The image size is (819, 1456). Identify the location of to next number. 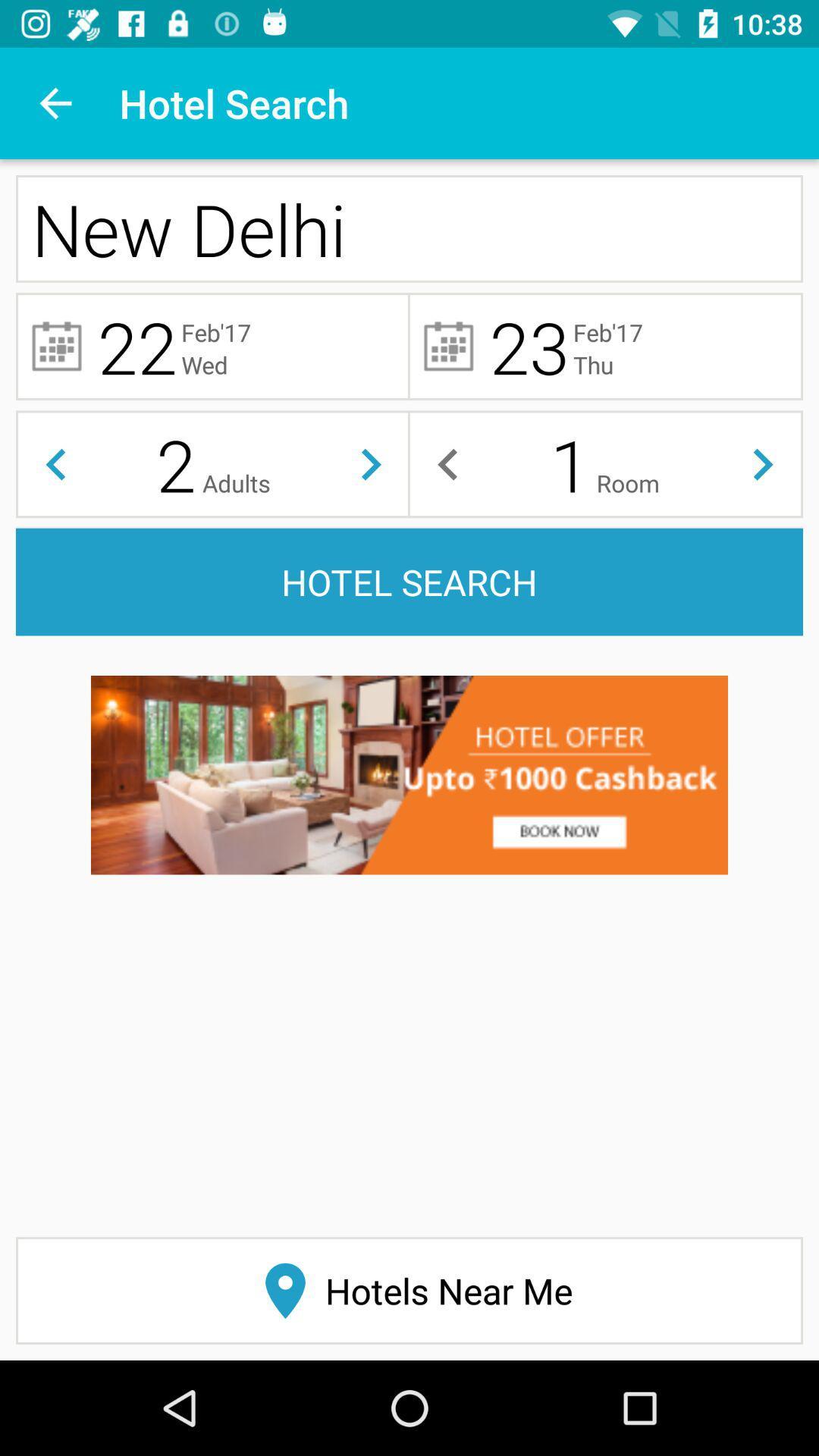
(763, 463).